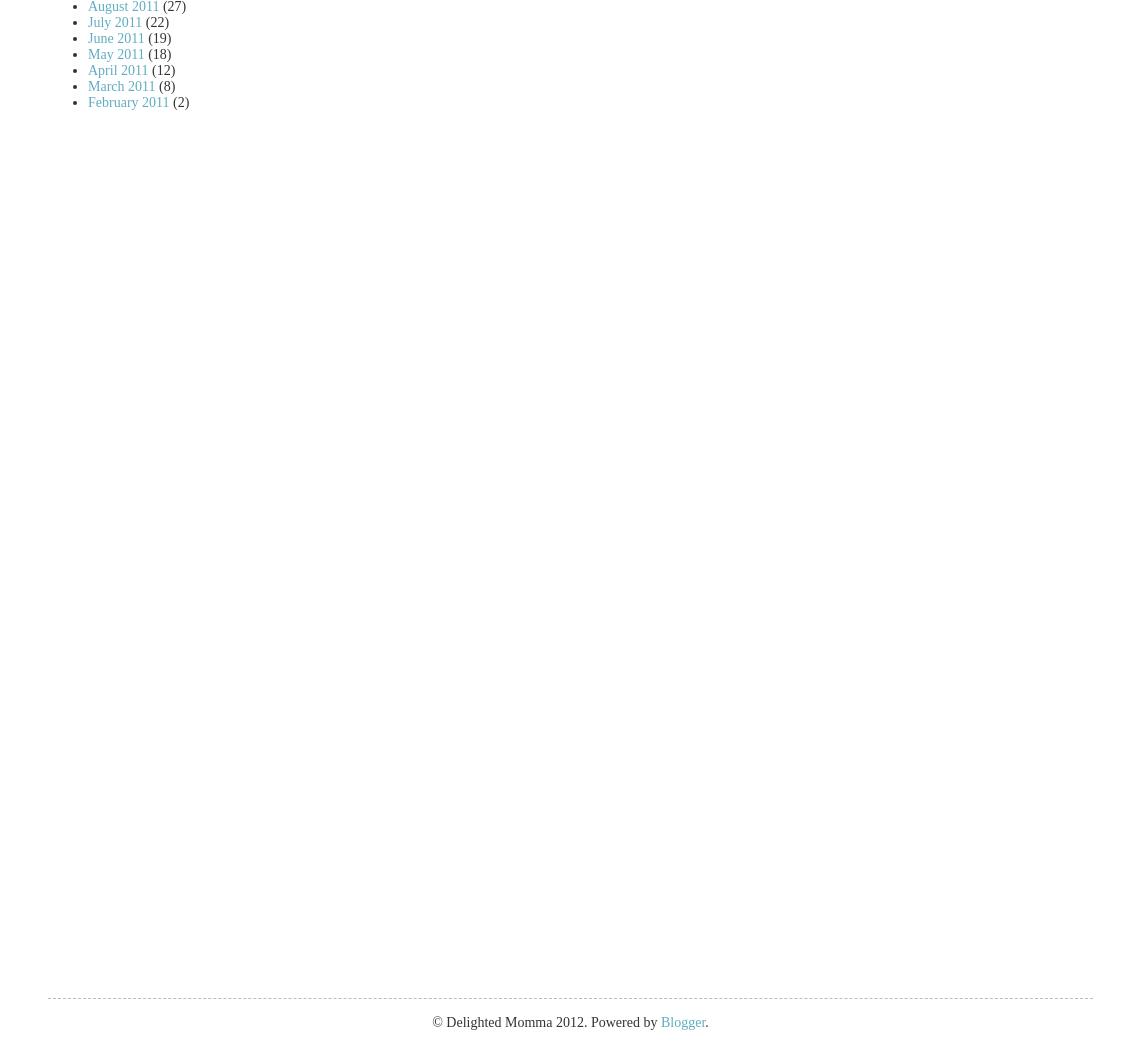 The width and height of the screenshot is (1133, 1046). What do you see at coordinates (87, 36) in the screenshot?
I see `'June 2011'` at bounding box center [87, 36].